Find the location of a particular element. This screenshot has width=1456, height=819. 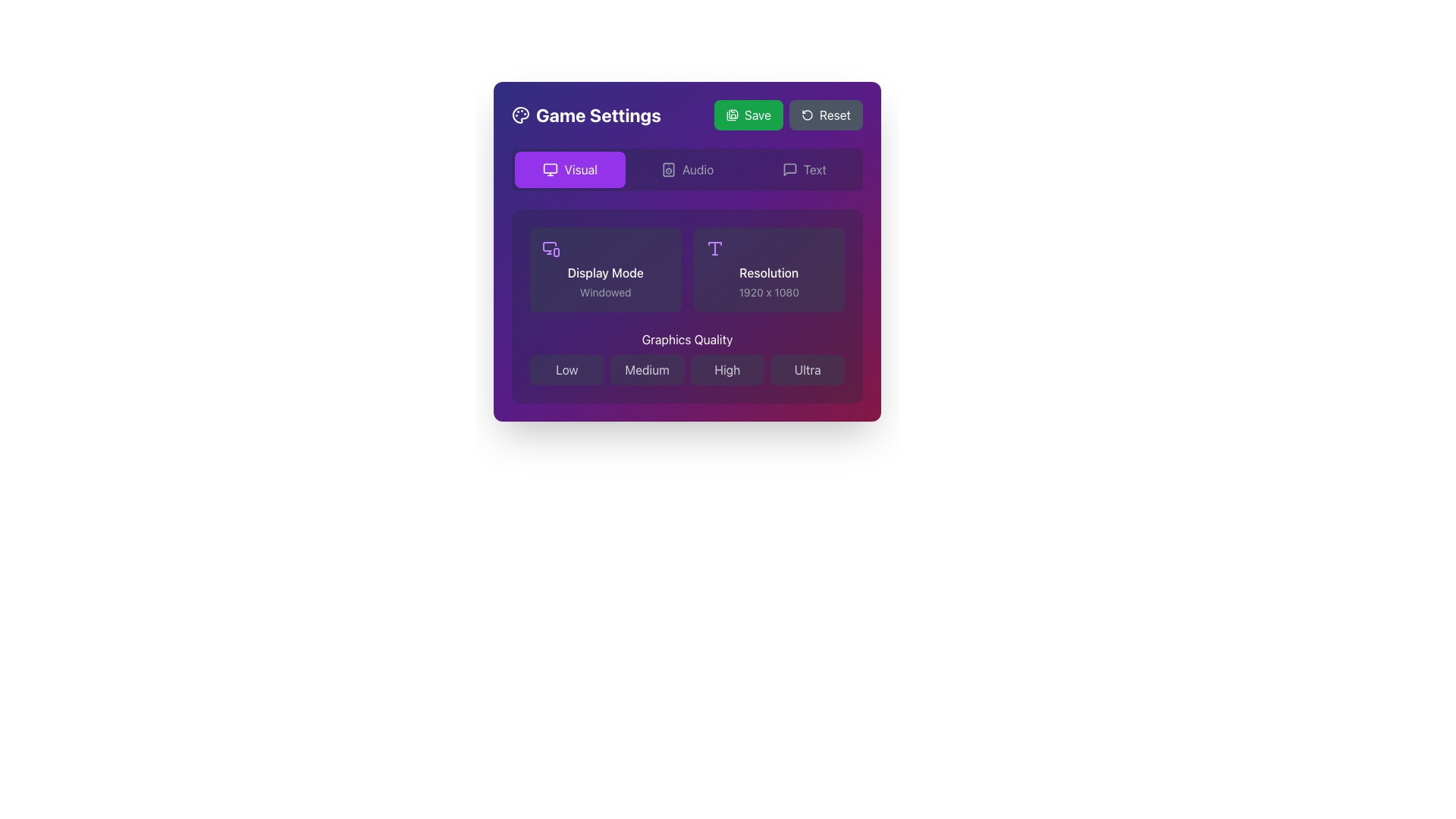

the chat message icon, which is a square with rounded edges located in the 'Text' tab section of the application interface, to the right of the 'Audio' tab icon is located at coordinates (789, 169).